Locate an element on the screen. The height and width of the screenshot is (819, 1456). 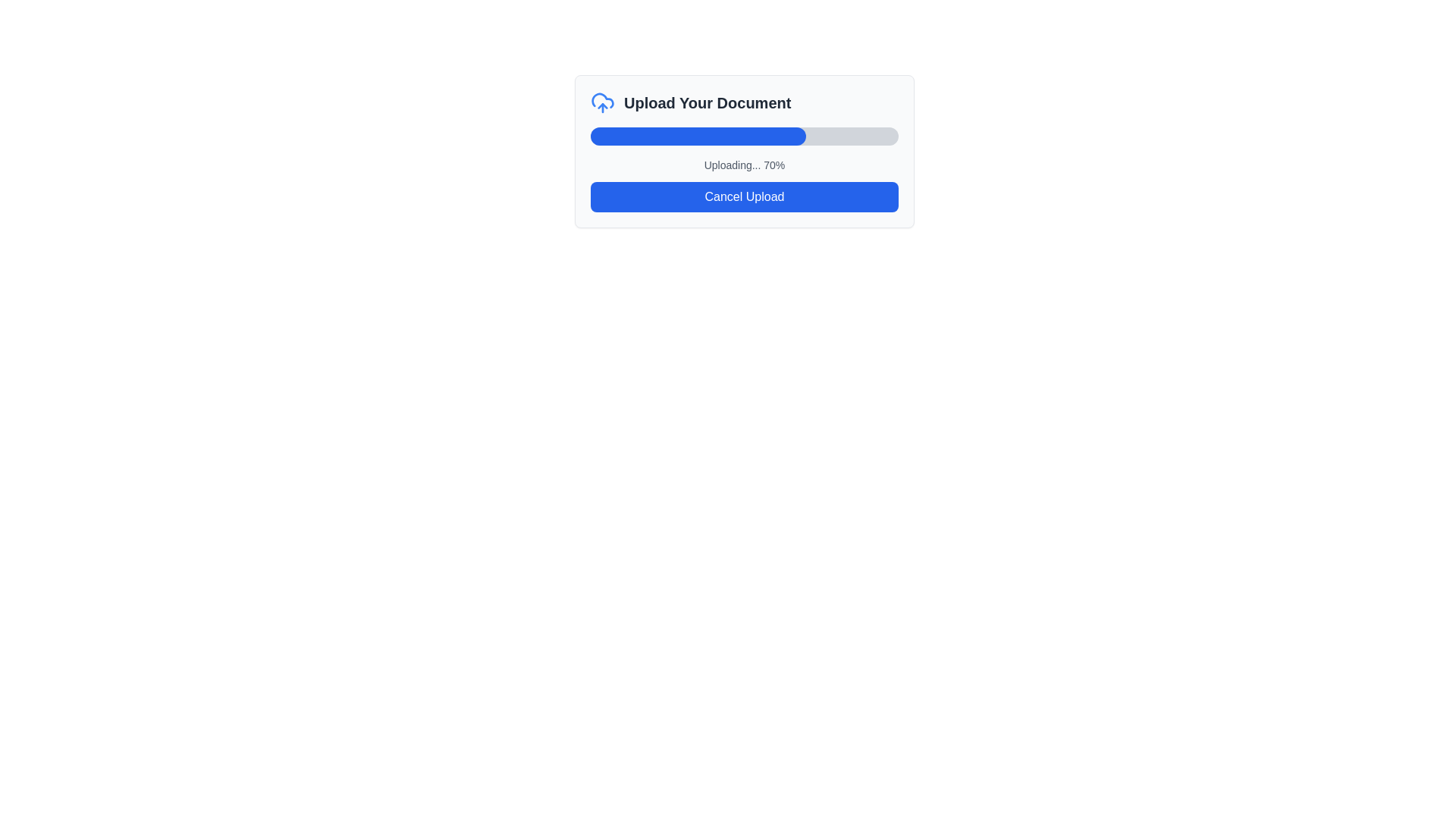
the blue cloud icon with an upward-pointing arrow, located to the left of the 'Upload Your Document' text in the top-centered modal dialog box is located at coordinates (602, 102).